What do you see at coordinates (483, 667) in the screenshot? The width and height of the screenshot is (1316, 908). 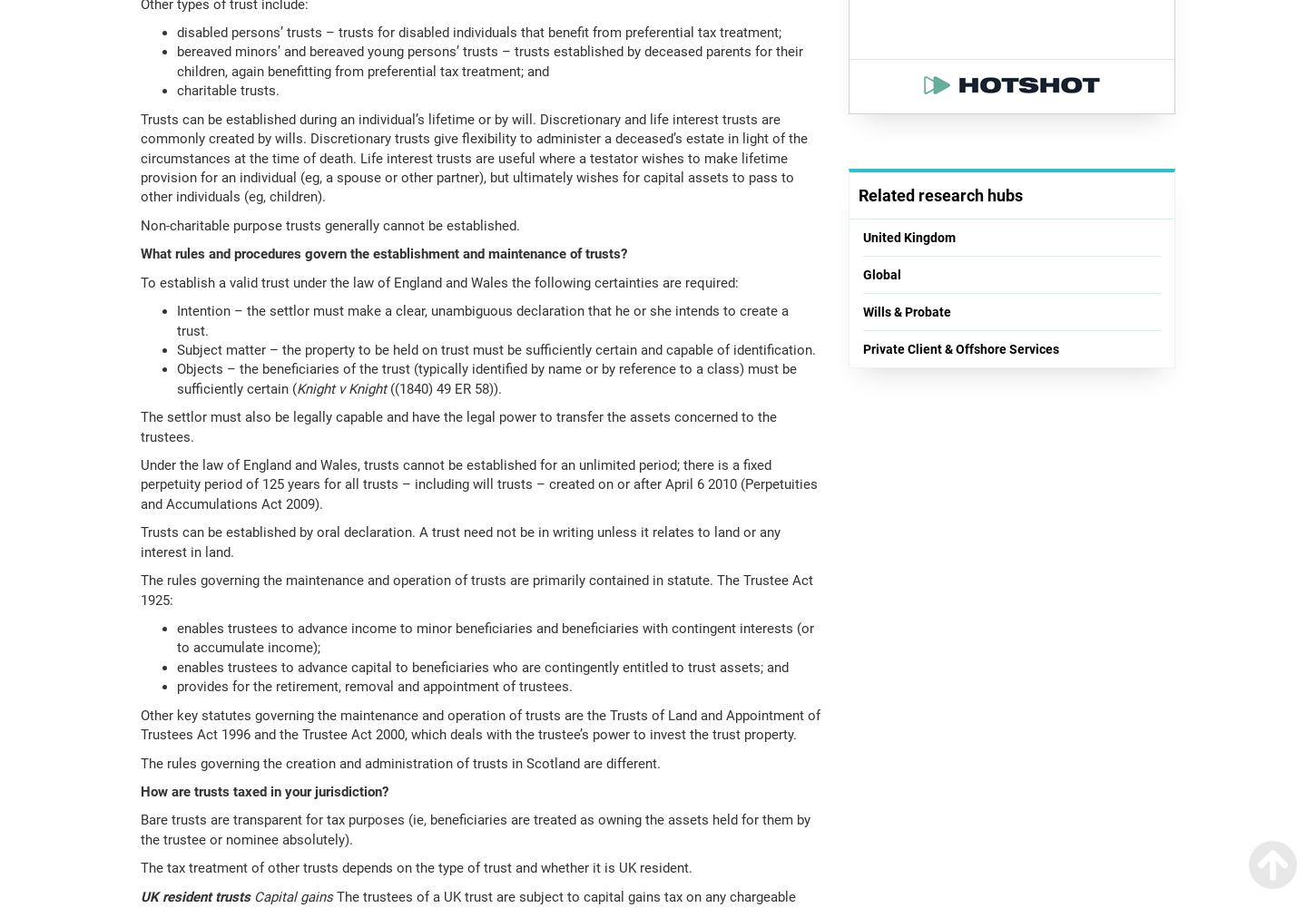 I see `'enables trustees to advance capital to beneficiaries who are contingently entitled to trust assets; and'` at bounding box center [483, 667].